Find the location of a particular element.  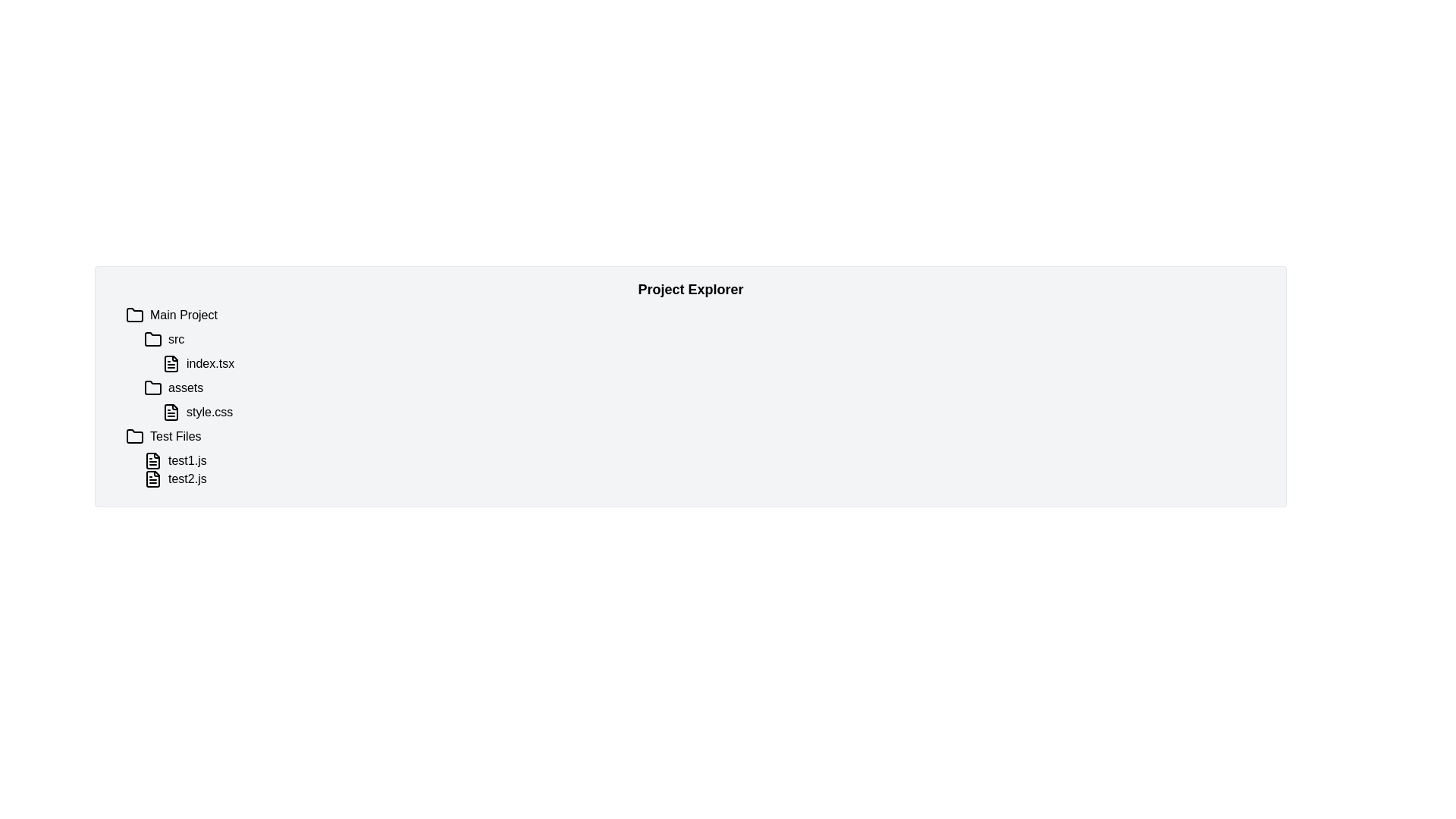

the folder icon located directly before the 'assets' label is located at coordinates (152, 387).